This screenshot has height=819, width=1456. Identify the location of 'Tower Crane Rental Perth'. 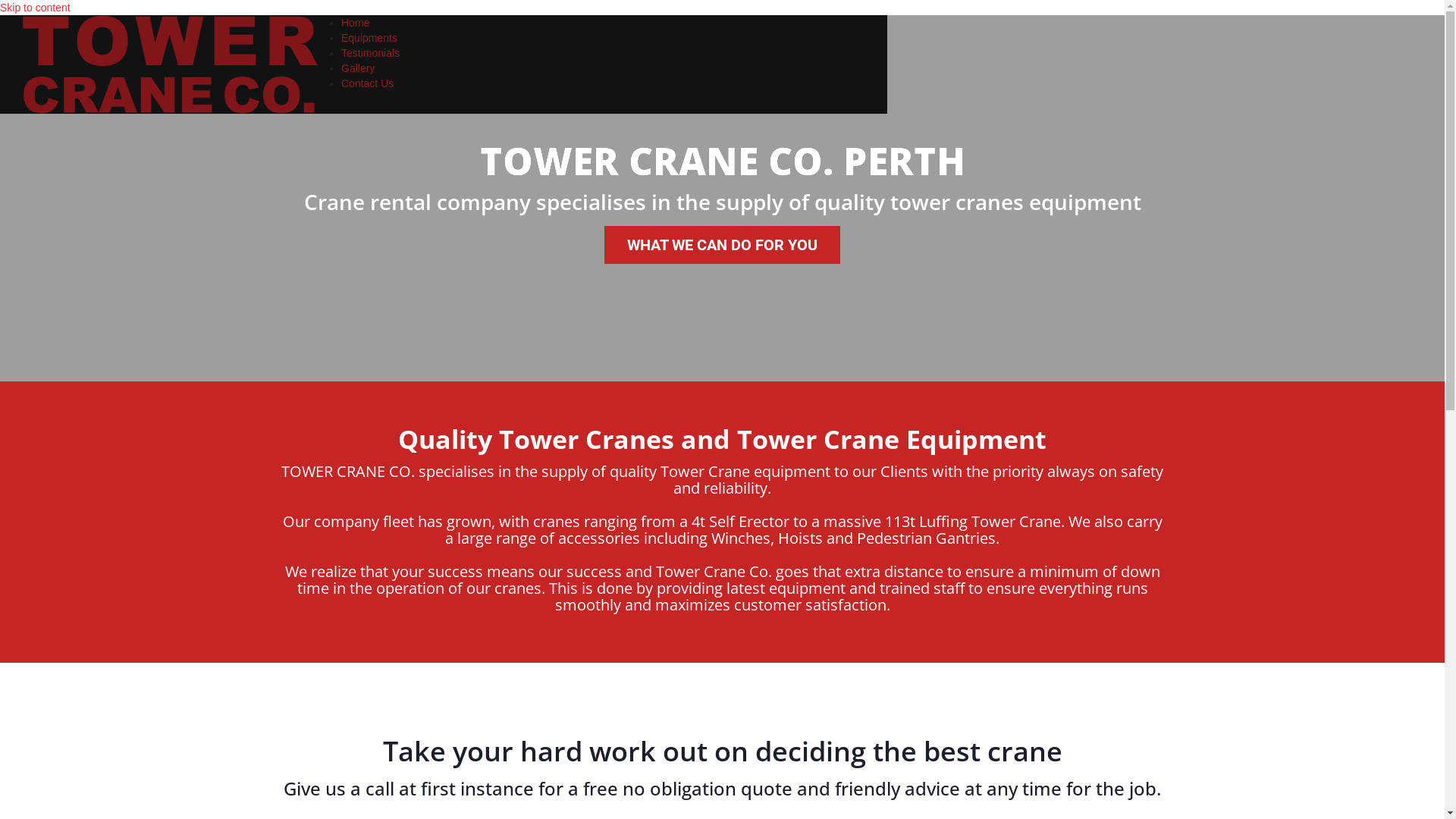
(22, 63).